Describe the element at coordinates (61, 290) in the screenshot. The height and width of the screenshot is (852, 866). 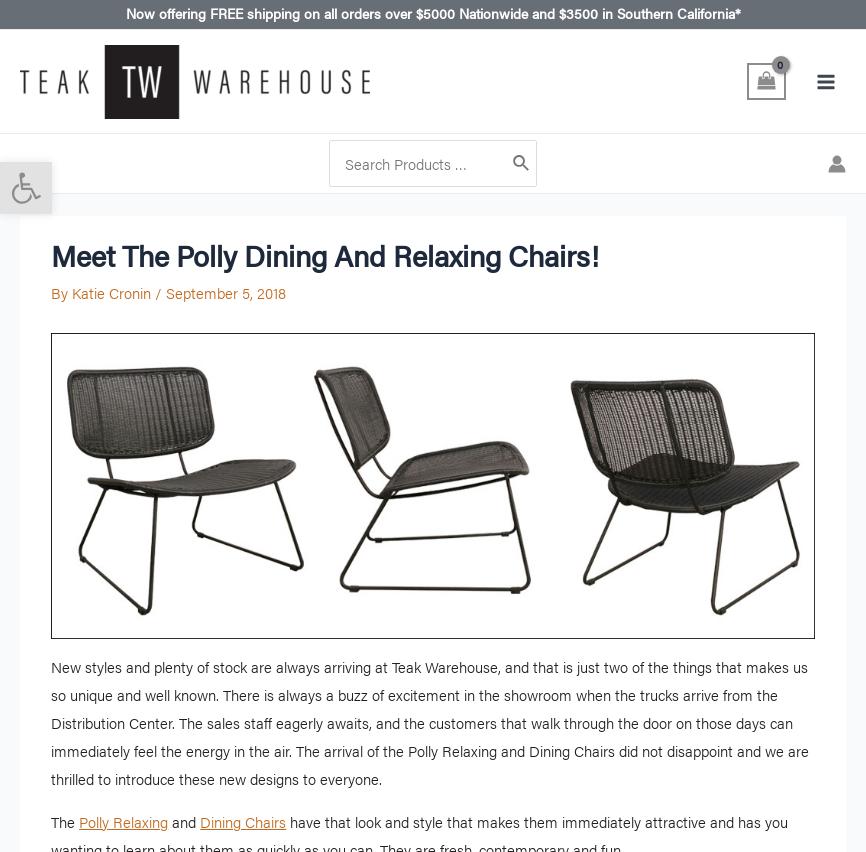
I see `'By'` at that location.